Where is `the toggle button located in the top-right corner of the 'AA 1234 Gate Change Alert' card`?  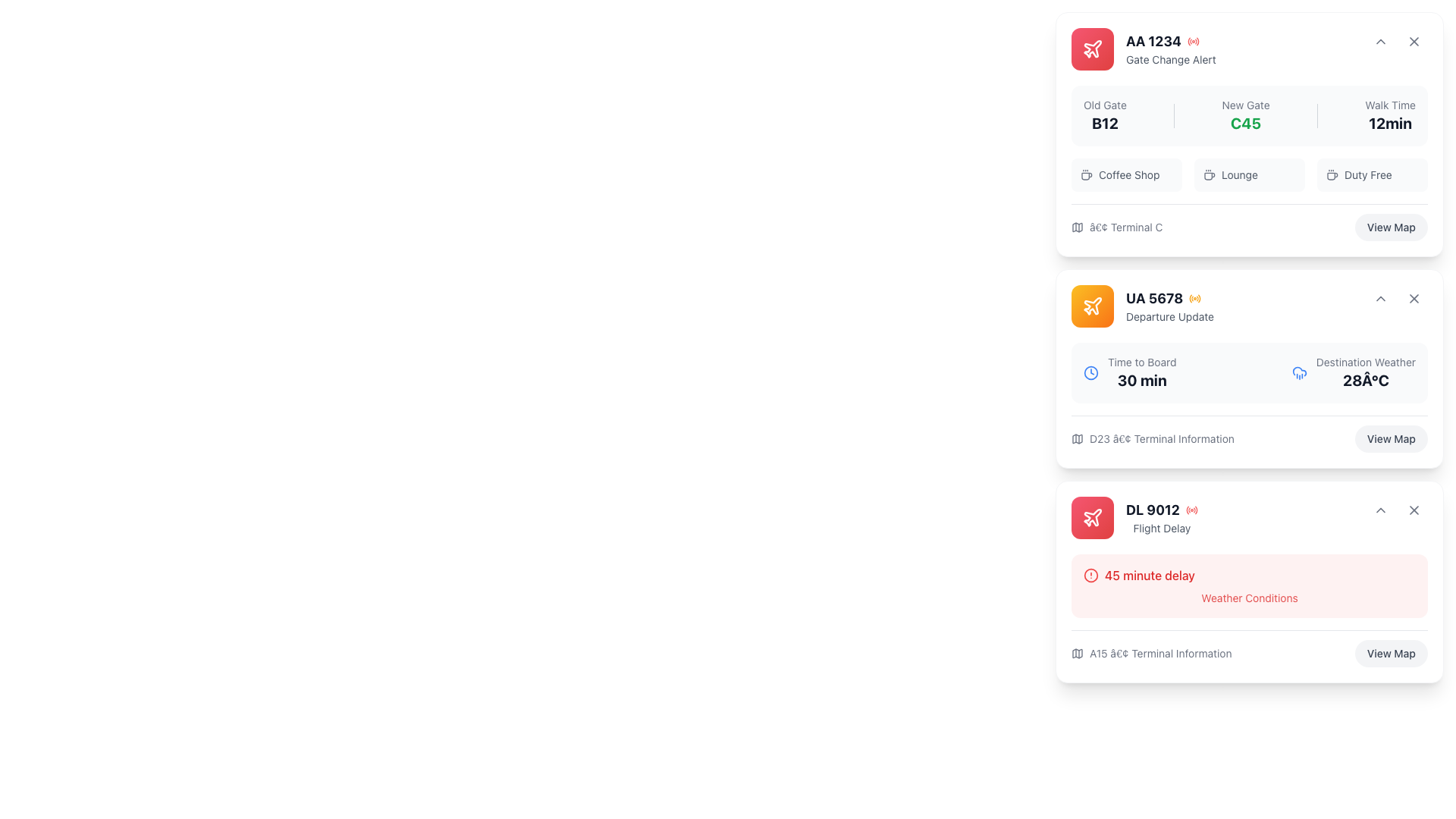 the toggle button located in the top-right corner of the 'AA 1234 Gate Change Alert' card is located at coordinates (1380, 40).